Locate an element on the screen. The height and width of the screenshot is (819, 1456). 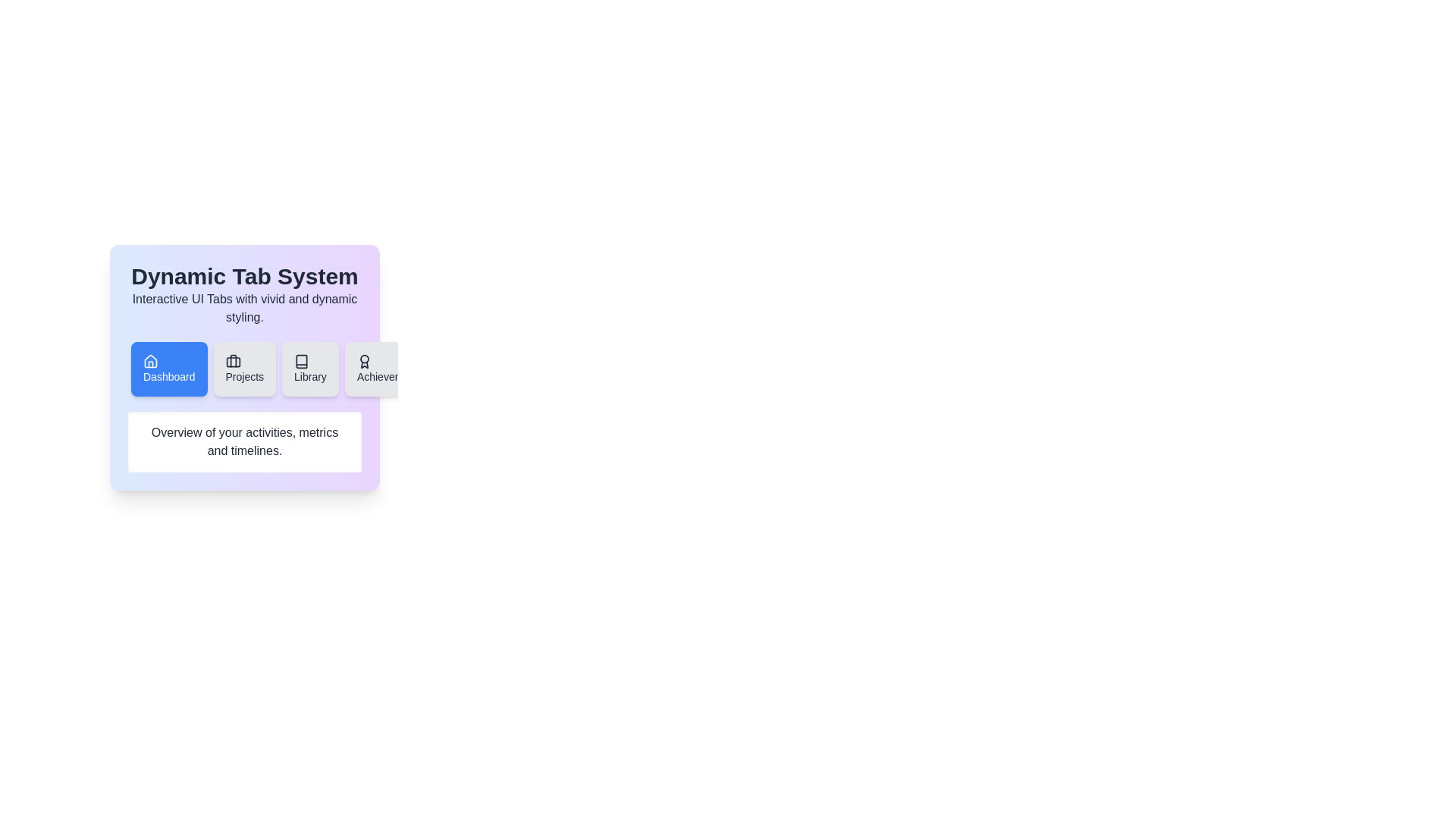
the tab labeled Library is located at coordinates (309, 369).